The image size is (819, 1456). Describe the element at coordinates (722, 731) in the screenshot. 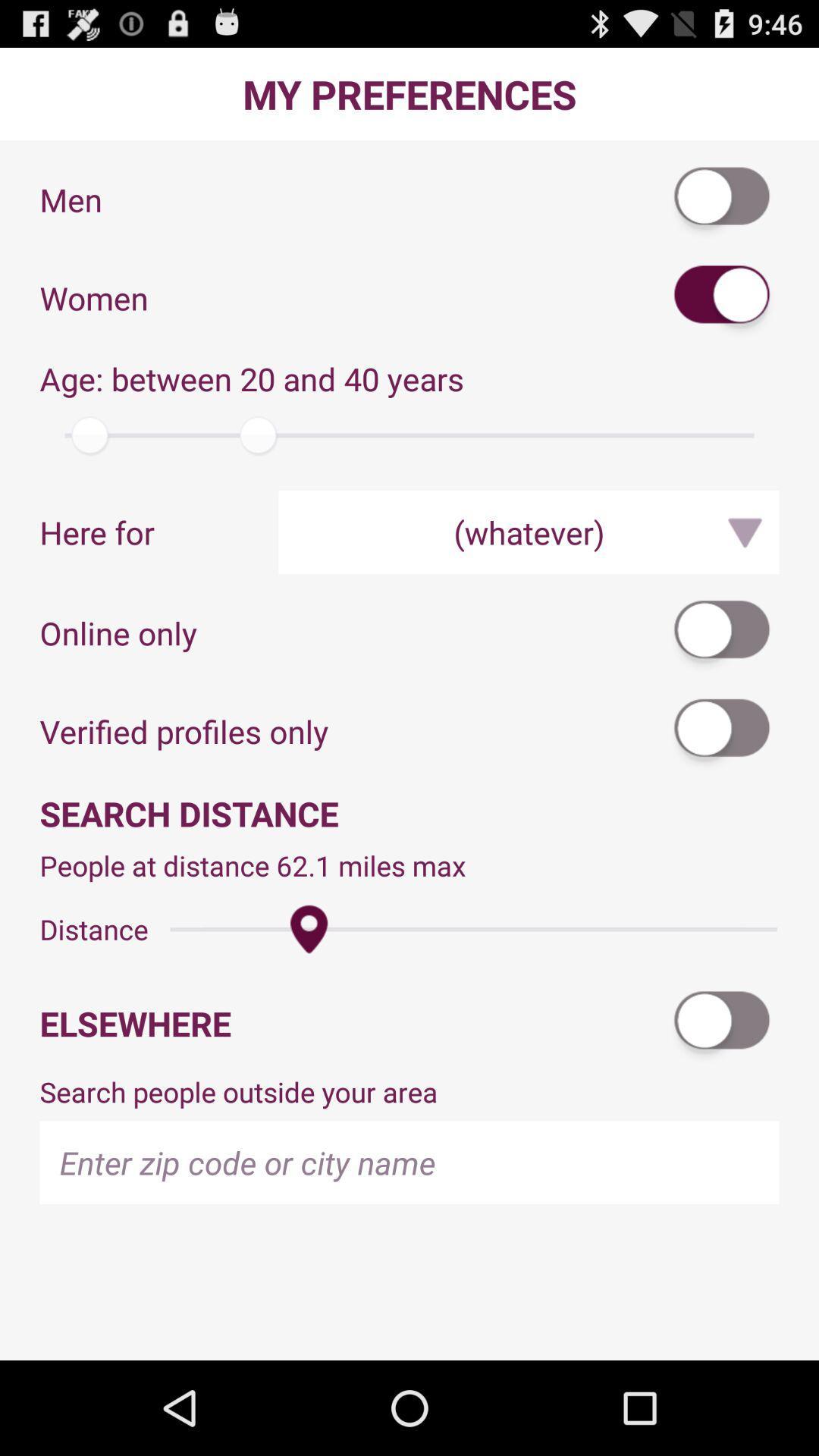

I see `search for` at that location.